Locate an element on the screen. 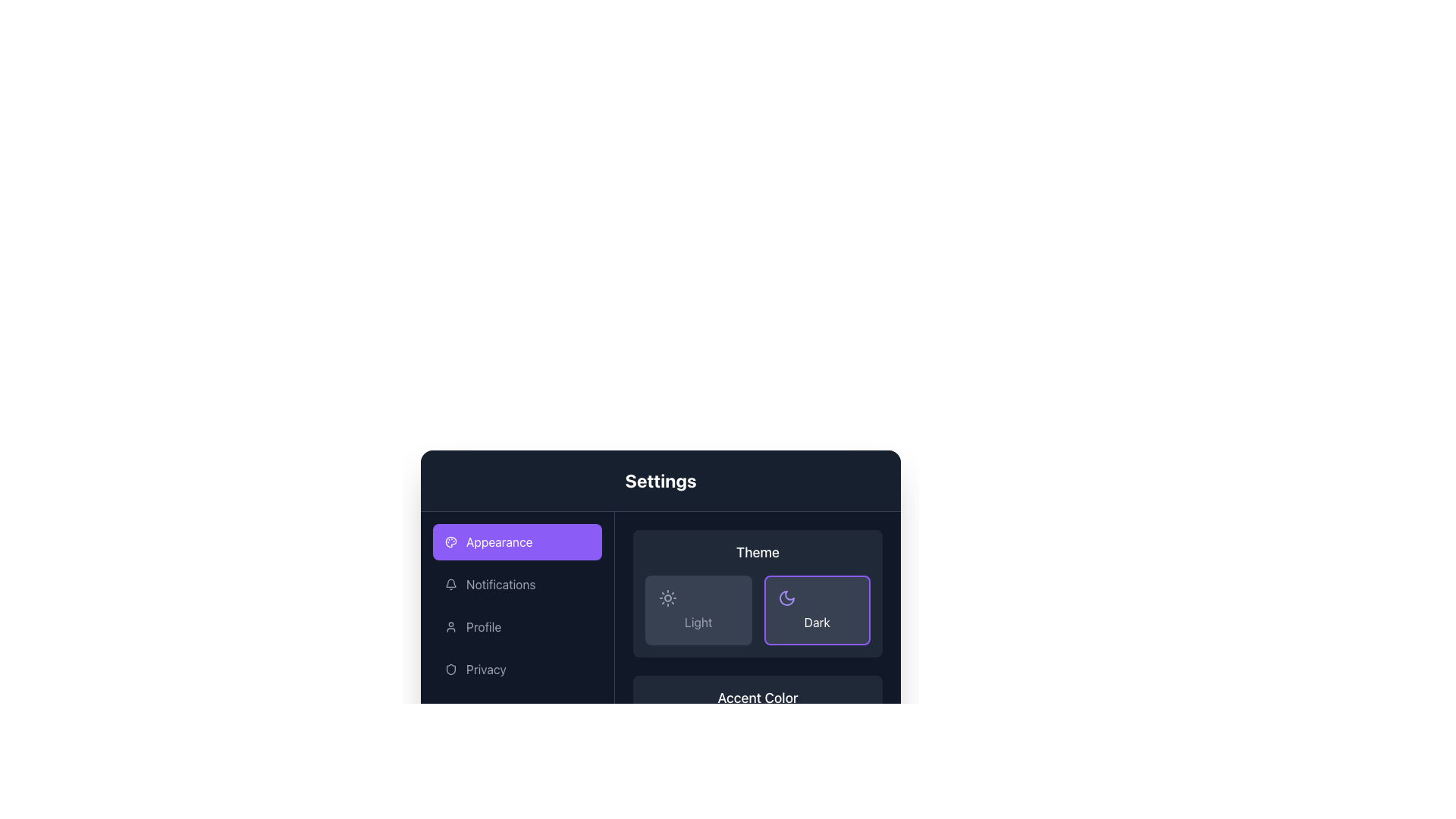 The height and width of the screenshot is (819, 1456). the 'Settings' section header, which is displayed as bold, white text on a dark gray background, centrally positioned above navigation elements is located at coordinates (661, 481).